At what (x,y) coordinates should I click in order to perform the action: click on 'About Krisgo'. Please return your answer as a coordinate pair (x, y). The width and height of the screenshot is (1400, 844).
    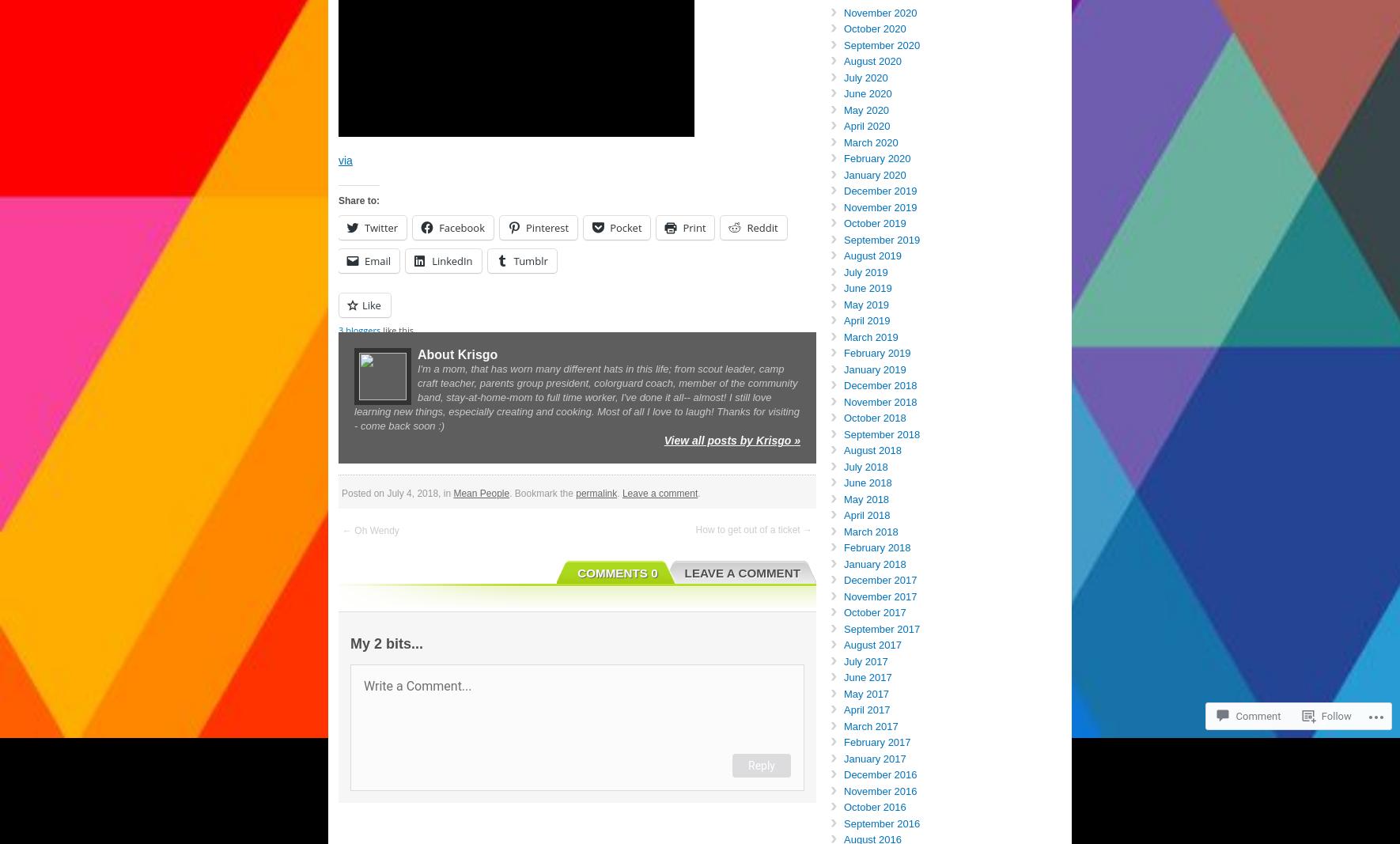
    Looking at the image, I should click on (417, 354).